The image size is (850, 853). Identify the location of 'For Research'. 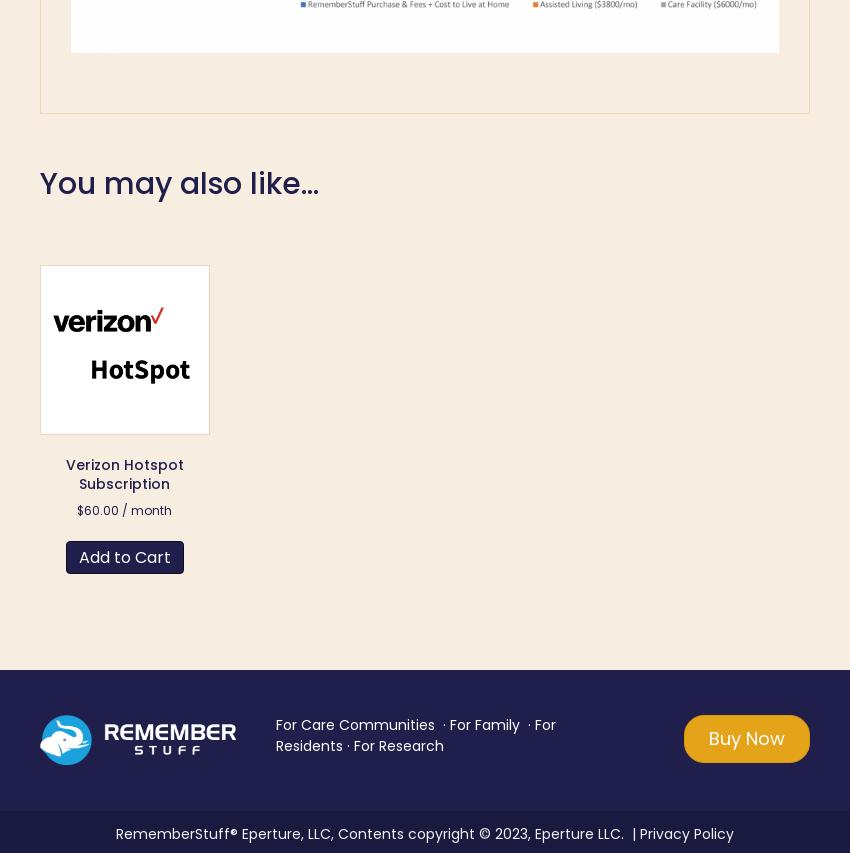
(397, 744).